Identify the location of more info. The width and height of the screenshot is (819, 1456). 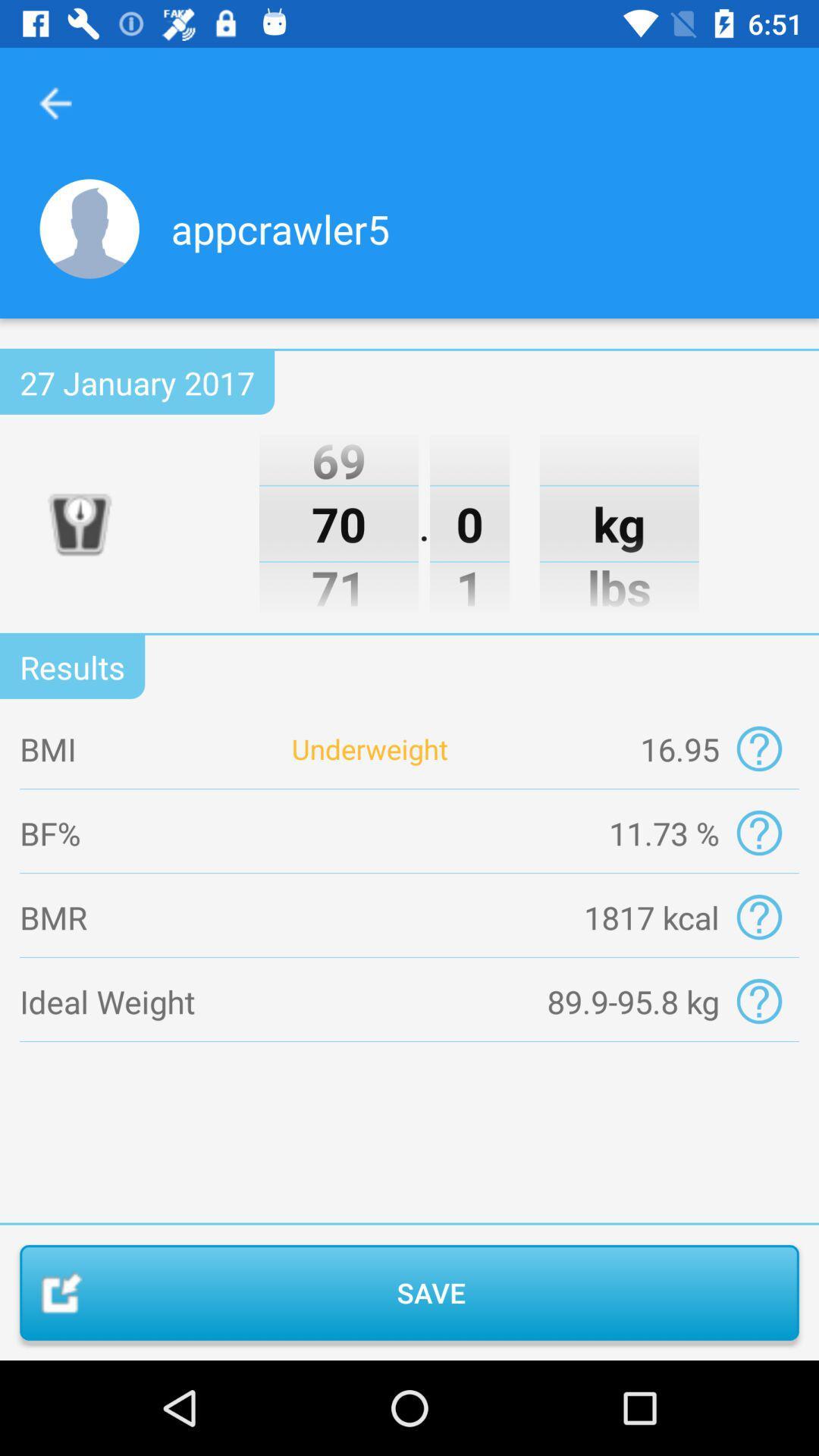
(759, 832).